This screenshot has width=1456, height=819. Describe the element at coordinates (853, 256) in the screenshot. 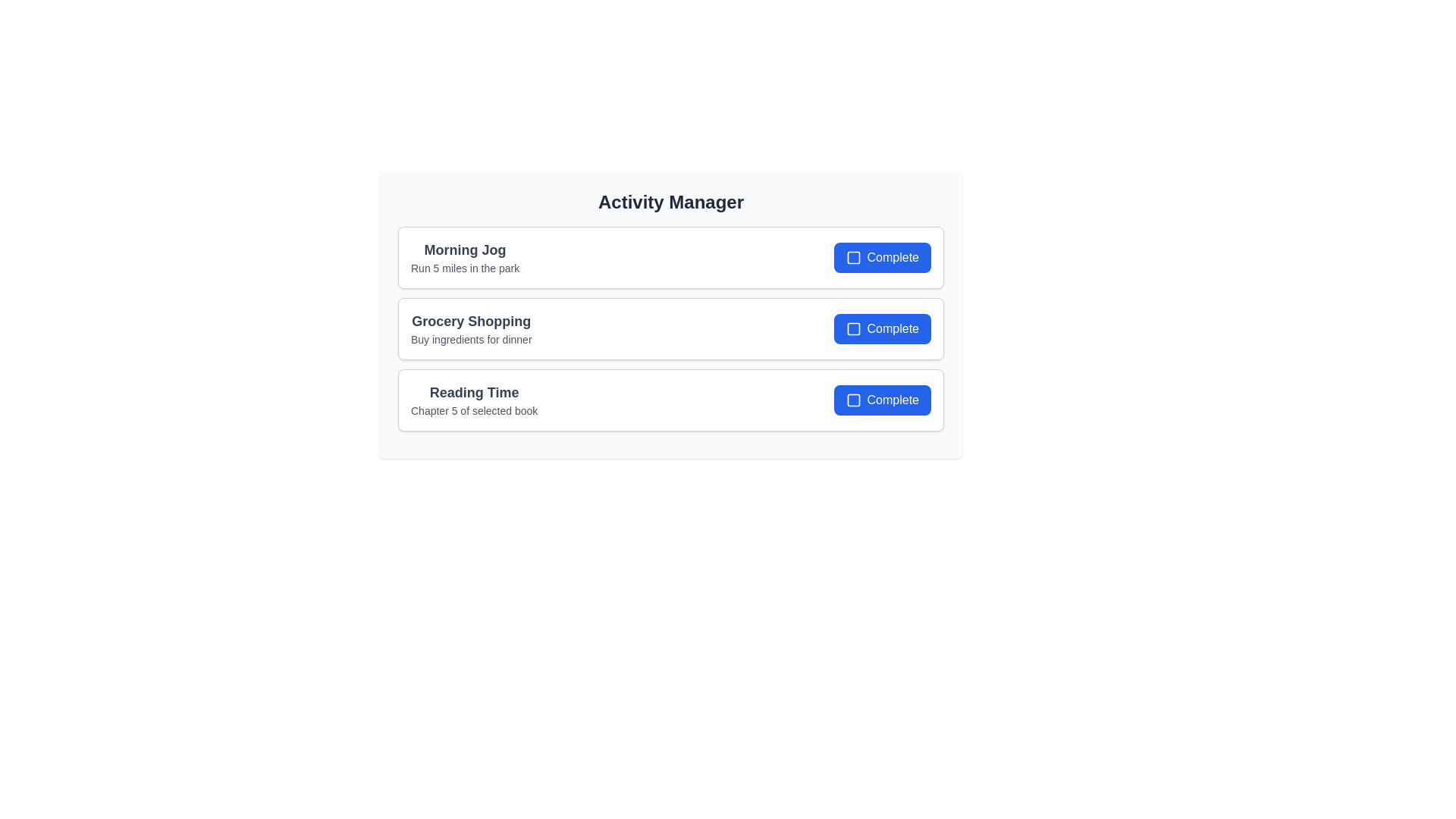

I see `the checkbox icon located on the left side of the 'Complete' button for the 'Morning Jog' task` at that location.